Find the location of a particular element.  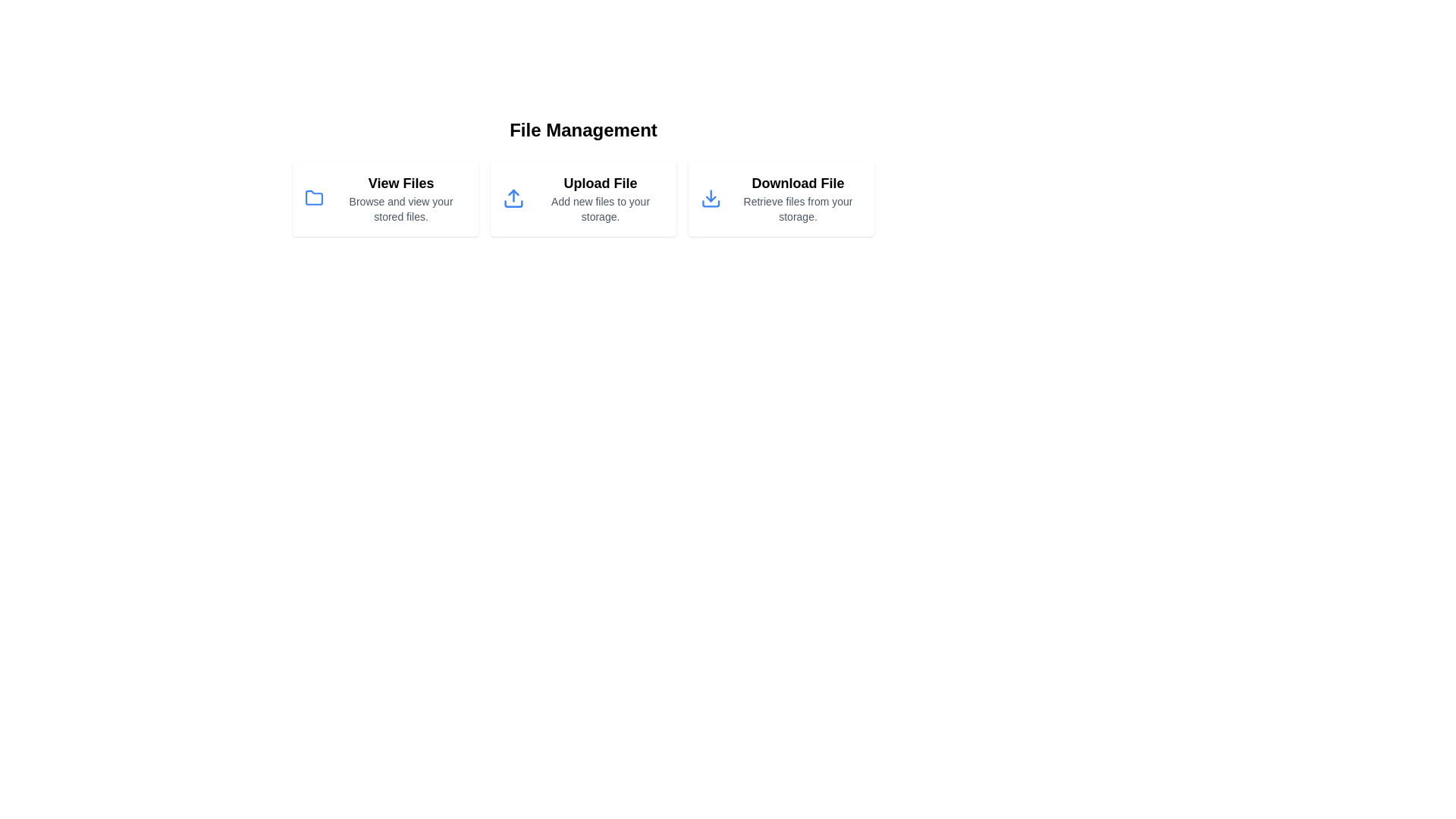

the informational Text block titled 'View Files' that contains the description 'Browse and view your stored files.' is located at coordinates (401, 198).